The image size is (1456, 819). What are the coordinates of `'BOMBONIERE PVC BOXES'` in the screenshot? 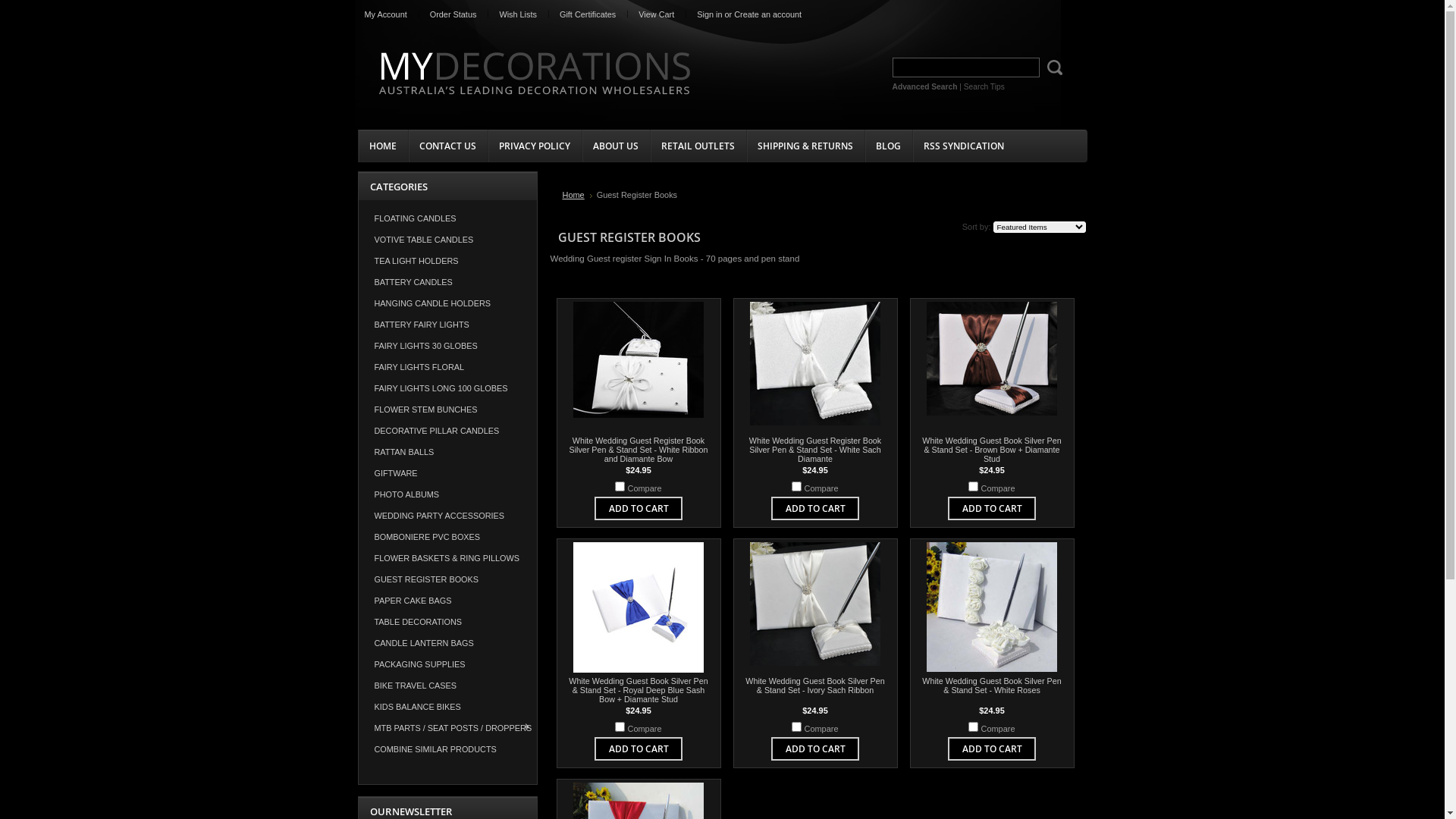 It's located at (447, 536).